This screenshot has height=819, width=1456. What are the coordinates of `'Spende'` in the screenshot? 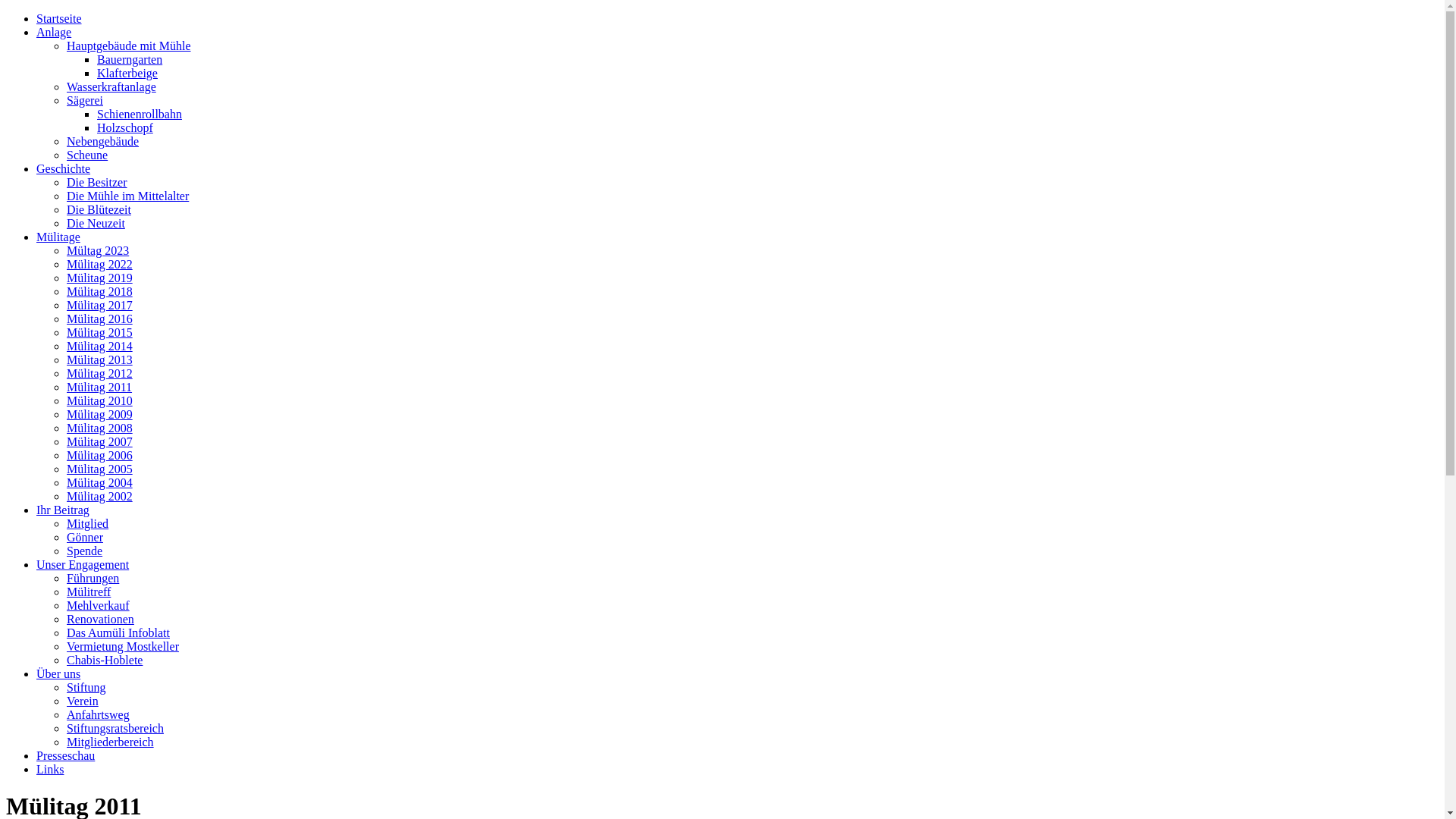 It's located at (65, 551).